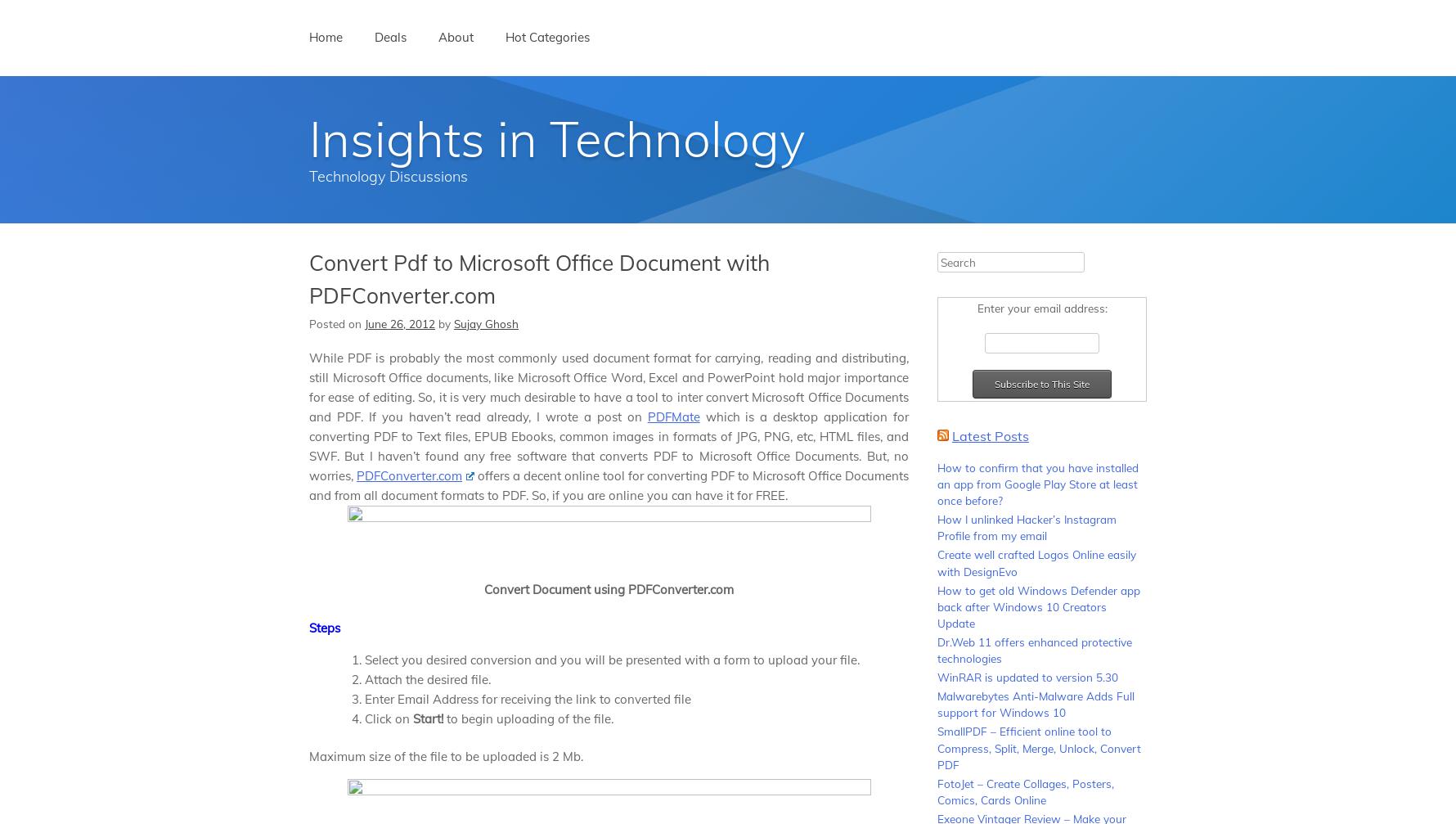  I want to click on 'How to get old Windows Defender app back after Windows 10 Creators Update', so click(1038, 605).